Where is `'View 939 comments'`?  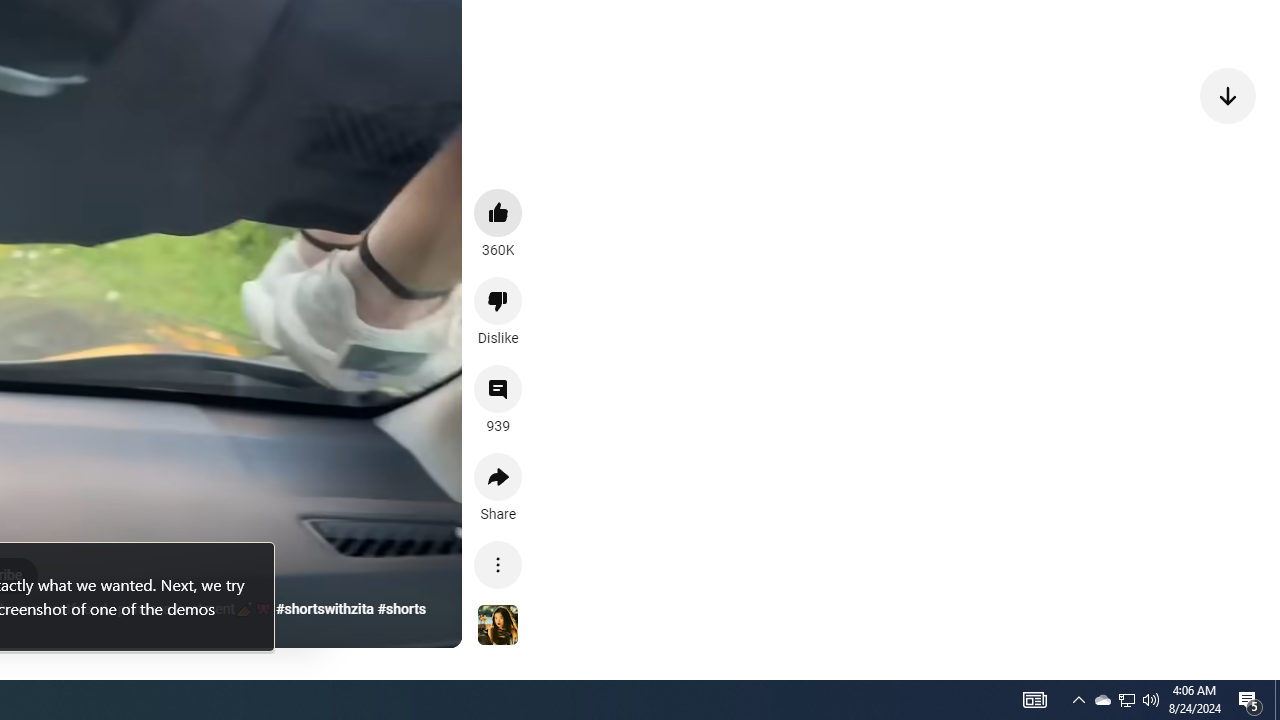
'View 939 comments' is located at coordinates (498, 389).